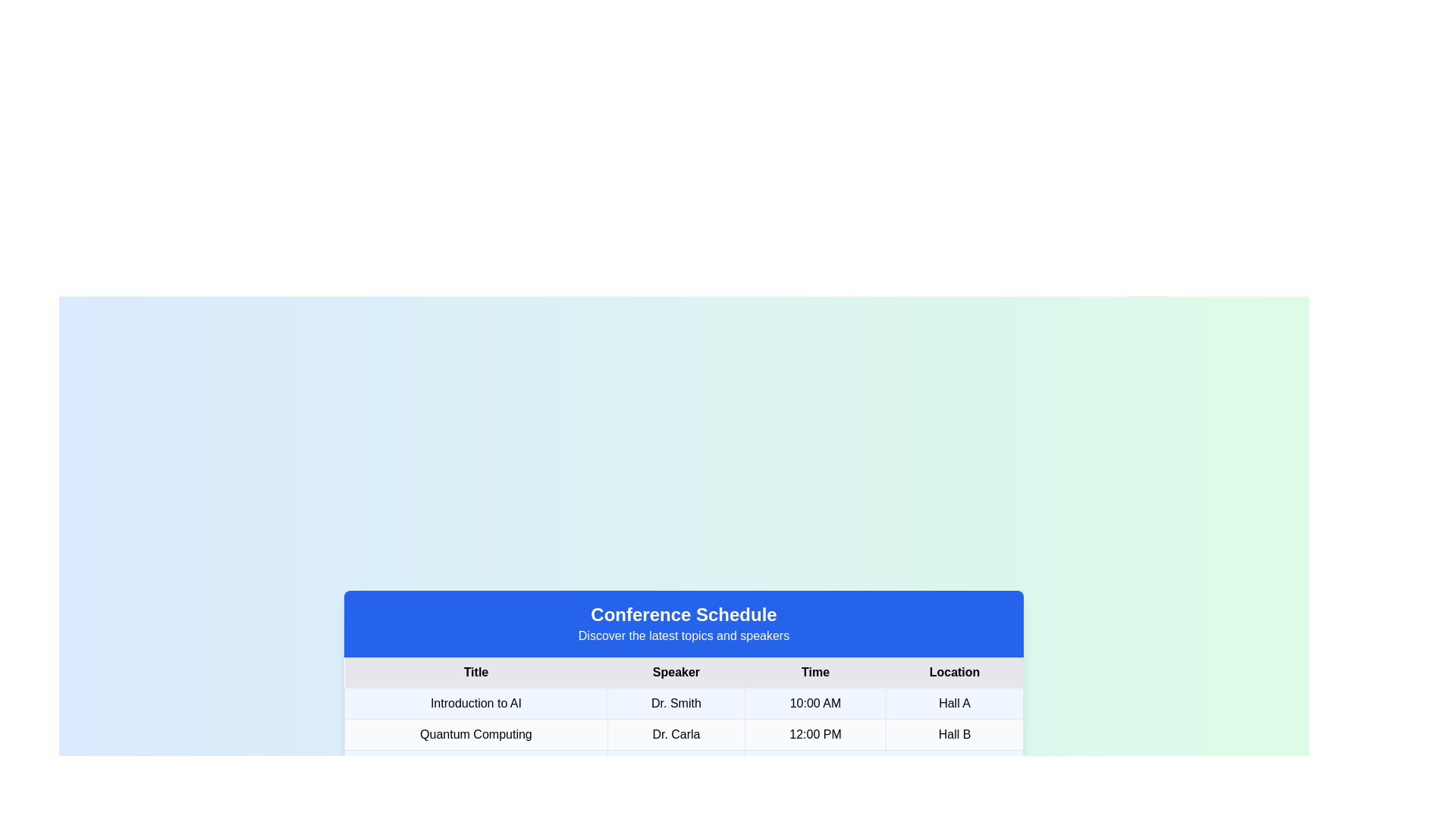 Image resolution: width=1456 pixels, height=819 pixels. Describe the element at coordinates (683, 614) in the screenshot. I see `the text label displaying 'Conference Schedule' located in the center of a blue banner above the table-like structure` at that location.